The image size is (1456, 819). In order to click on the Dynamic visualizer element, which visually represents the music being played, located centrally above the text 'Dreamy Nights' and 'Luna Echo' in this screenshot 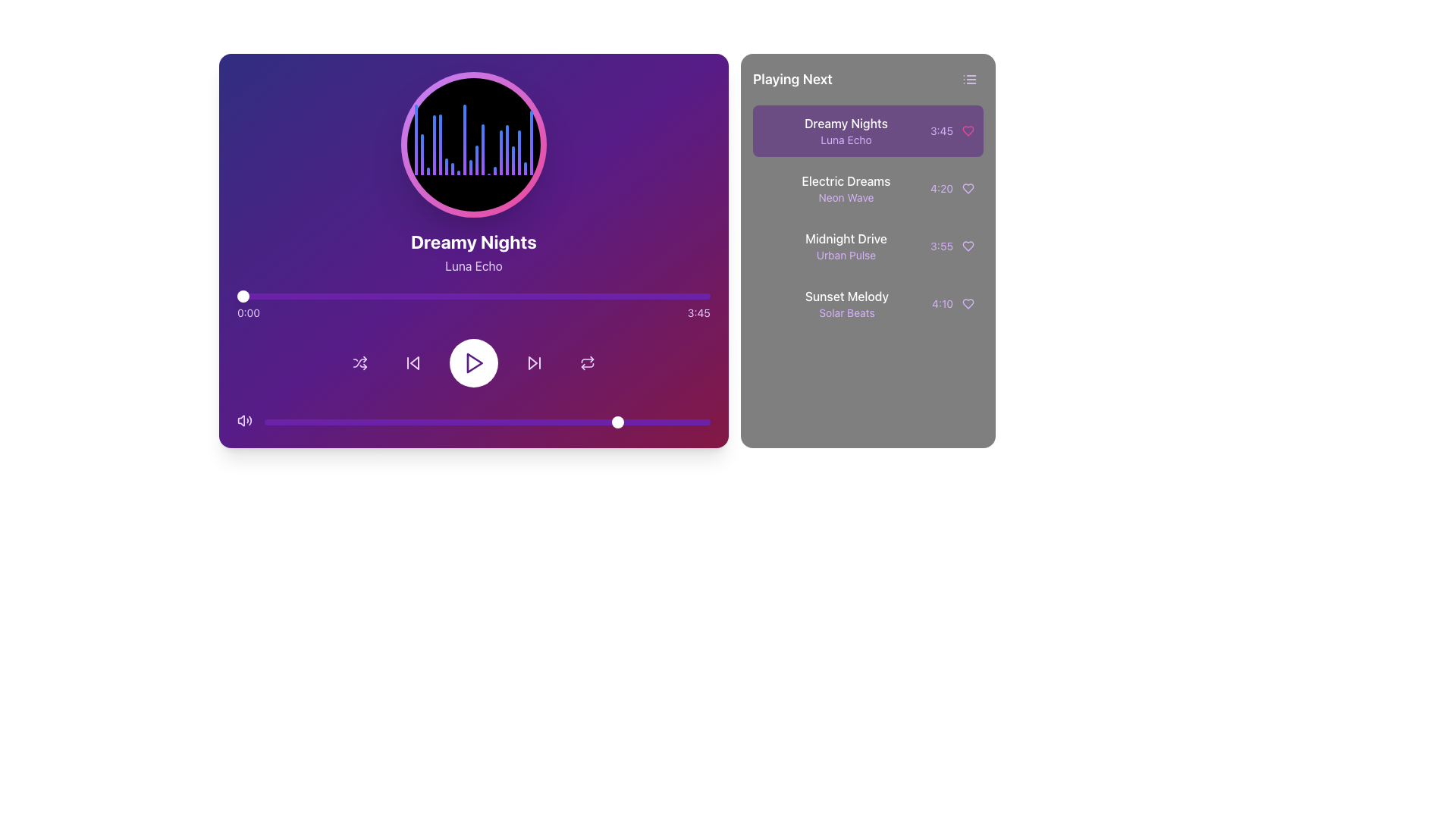, I will do `click(472, 172)`.